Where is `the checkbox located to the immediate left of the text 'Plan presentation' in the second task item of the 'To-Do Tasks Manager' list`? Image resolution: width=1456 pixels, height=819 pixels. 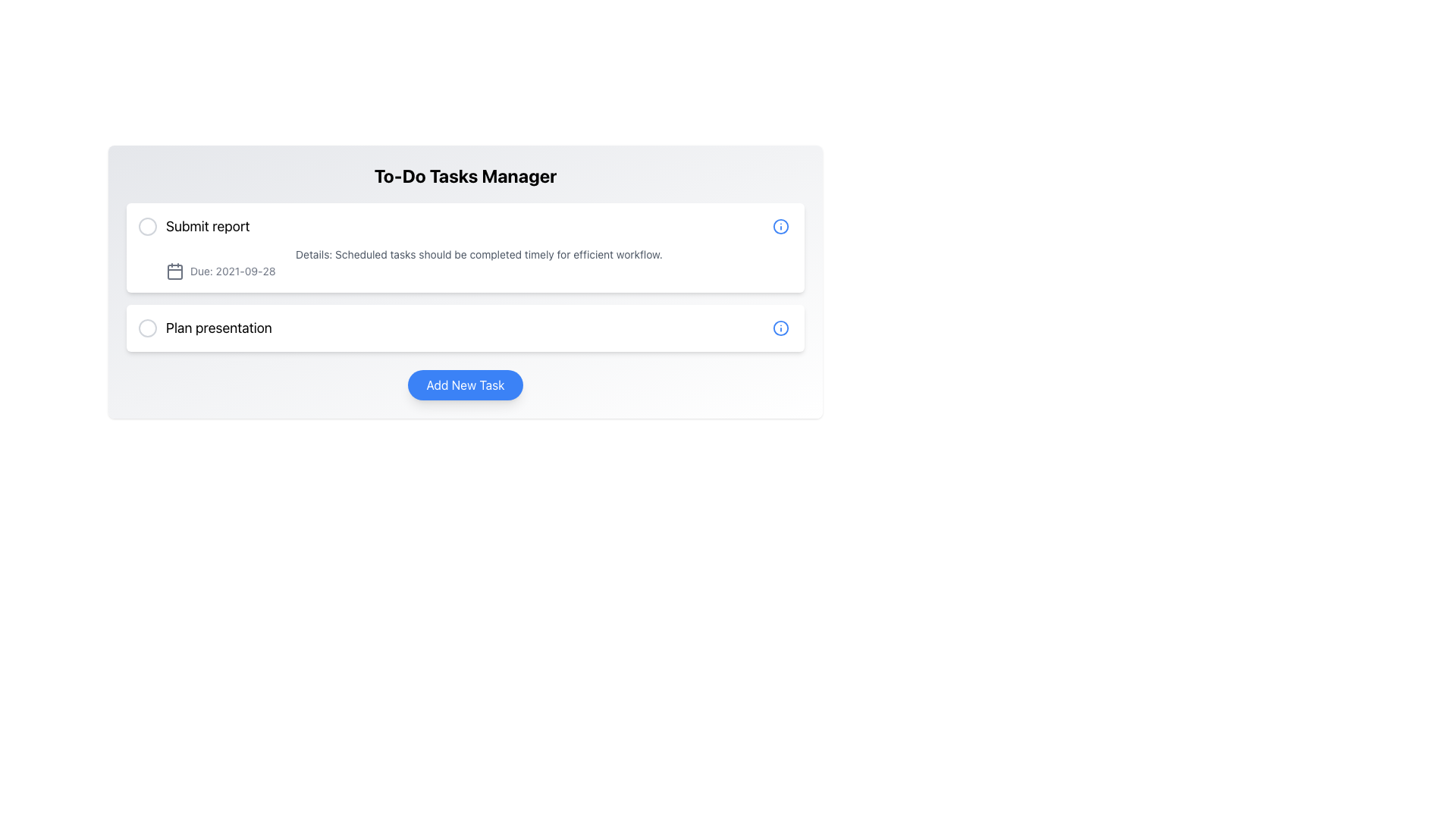
the checkbox located to the immediate left of the text 'Plan presentation' in the second task item of the 'To-Do Tasks Manager' list is located at coordinates (148, 327).